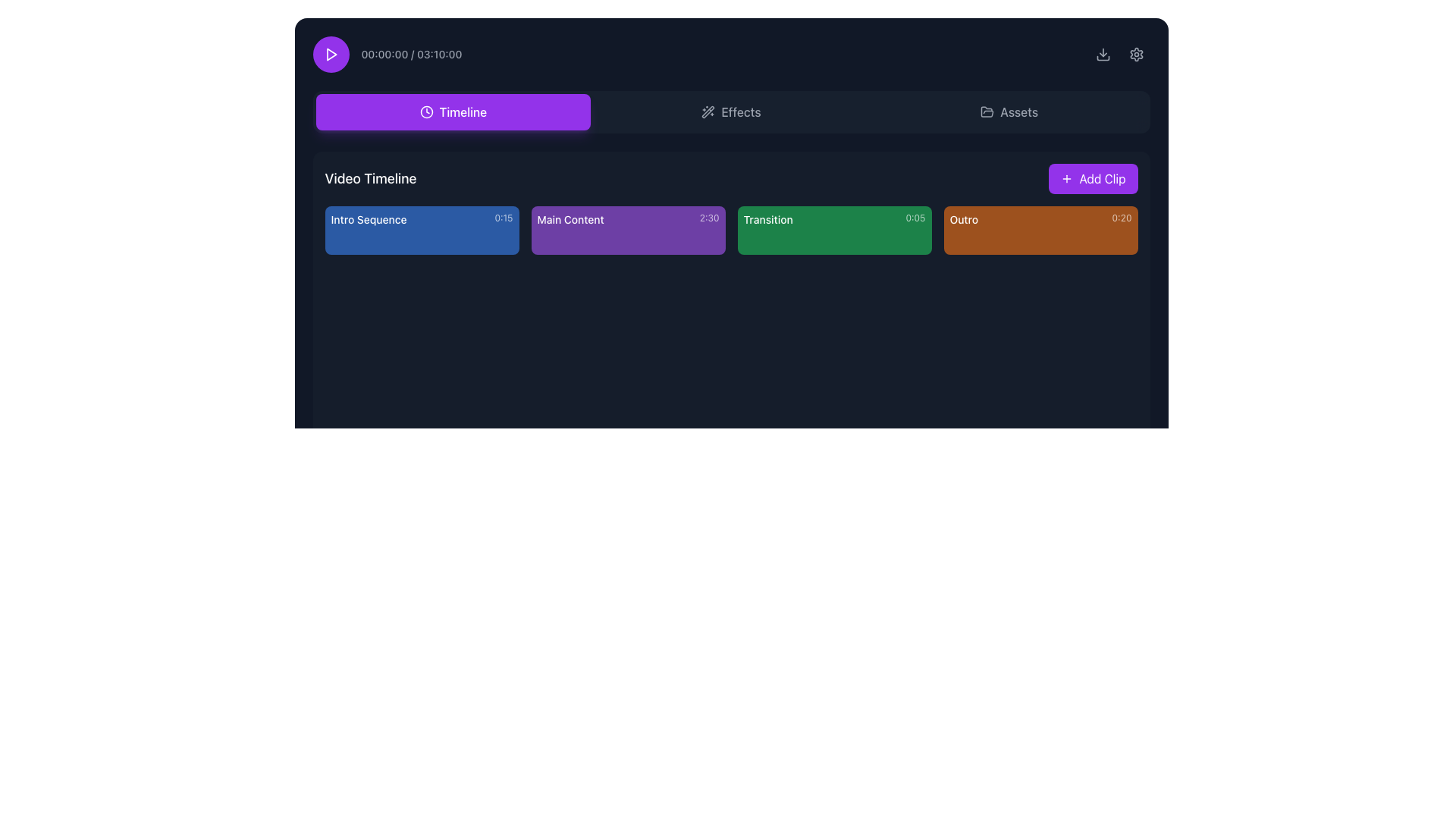 The height and width of the screenshot is (819, 1456). I want to click on the download button located at the top-right corner of the interface, directly to the left of the settings gear icon, to initiate a download, so click(1103, 54).